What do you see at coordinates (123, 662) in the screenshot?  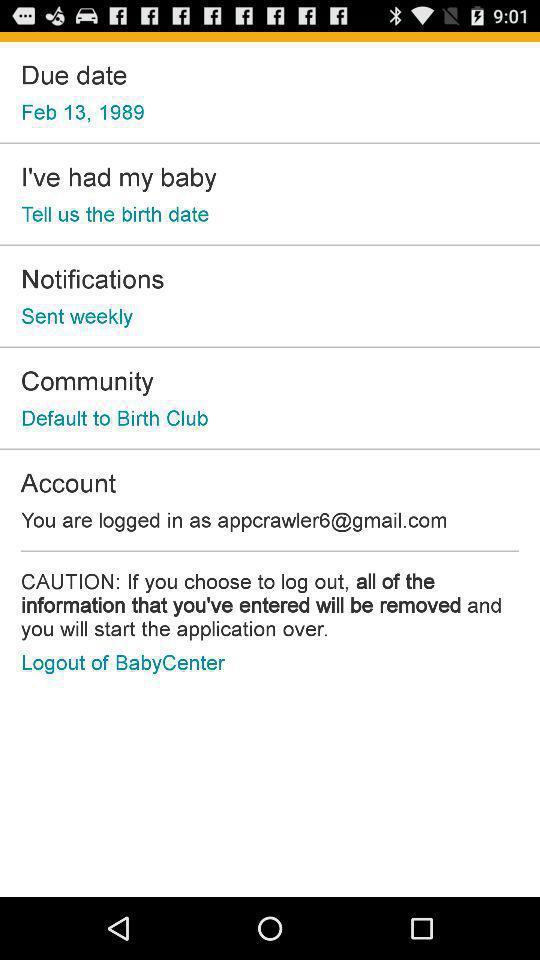 I see `the logout of babycenter at the bottom left corner` at bounding box center [123, 662].